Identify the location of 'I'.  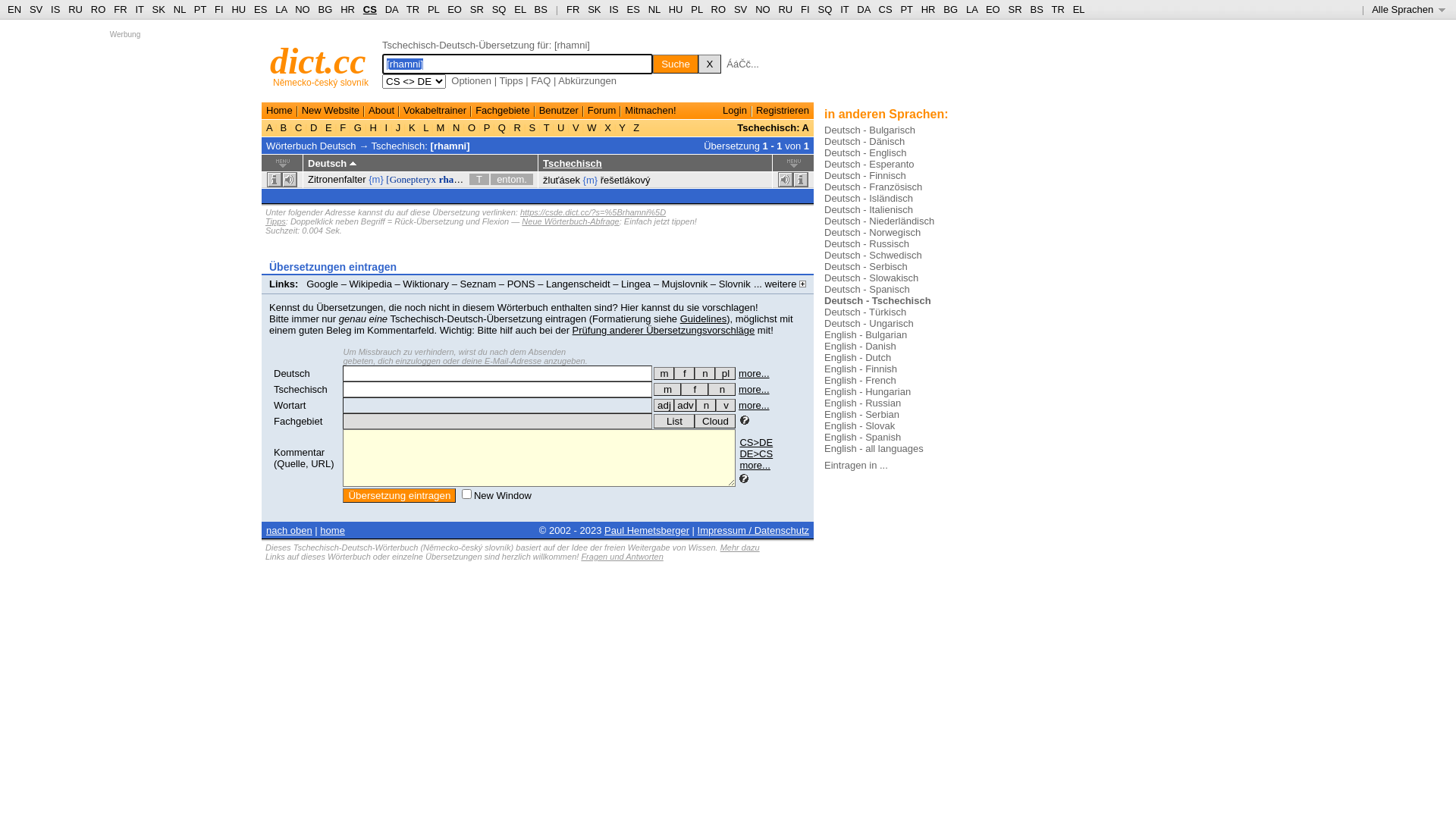
(386, 127).